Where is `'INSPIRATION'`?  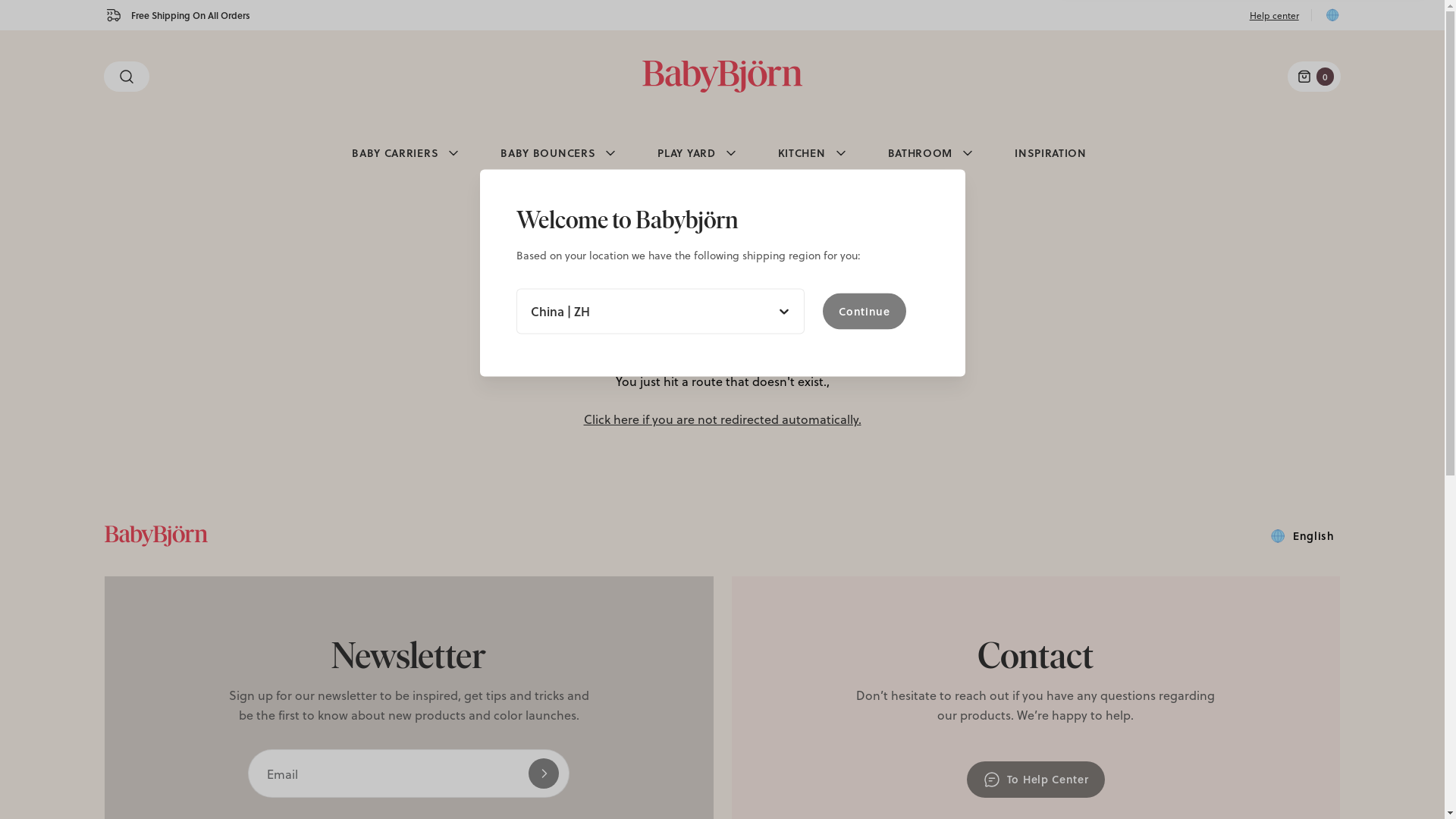
'INSPIRATION' is located at coordinates (998, 152).